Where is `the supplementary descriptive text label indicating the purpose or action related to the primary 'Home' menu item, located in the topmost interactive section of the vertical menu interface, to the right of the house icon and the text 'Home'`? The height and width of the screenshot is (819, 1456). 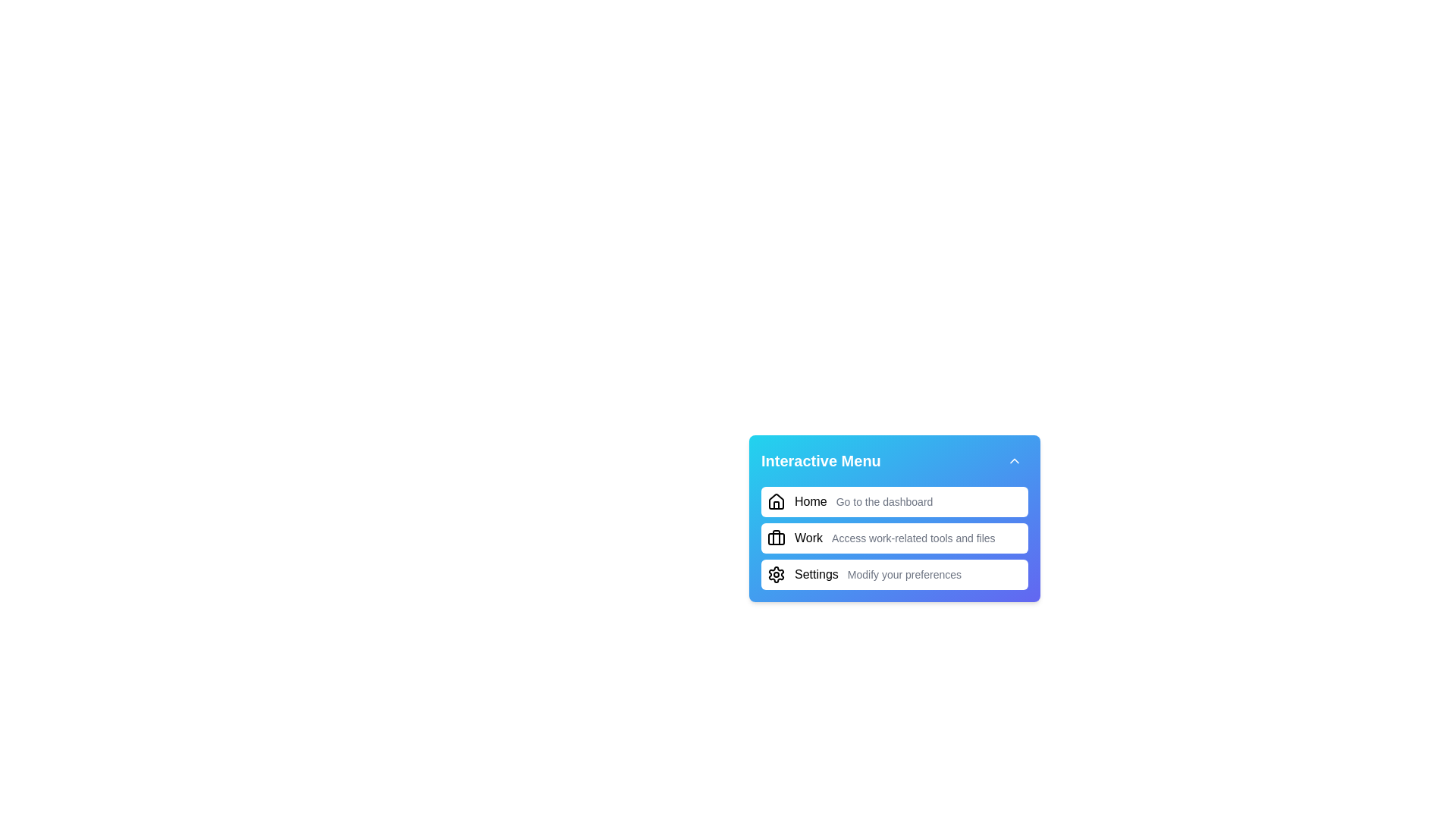 the supplementary descriptive text label indicating the purpose or action related to the primary 'Home' menu item, located in the topmost interactive section of the vertical menu interface, to the right of the house icon and the text 'Home' is located at coordinates (884, 502).